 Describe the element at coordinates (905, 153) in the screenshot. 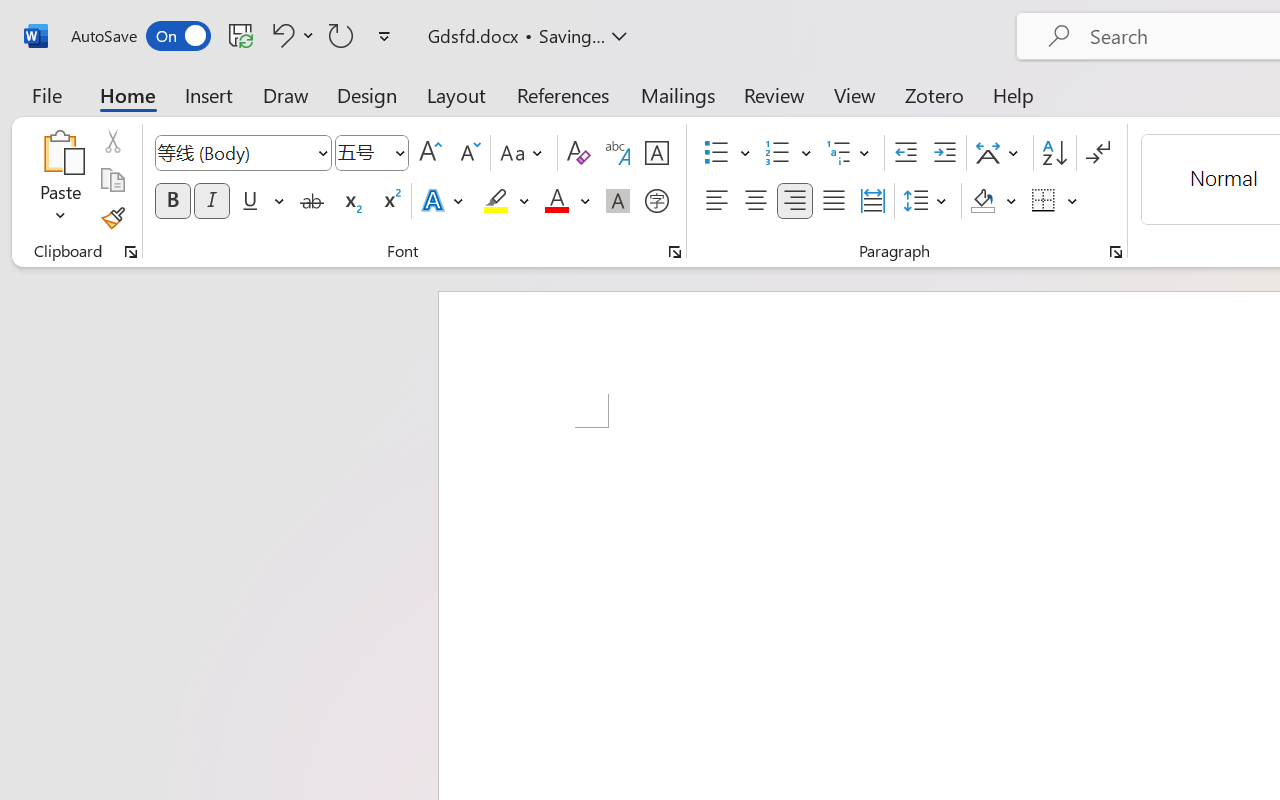

I see `'Decrease Indent'` at that location.